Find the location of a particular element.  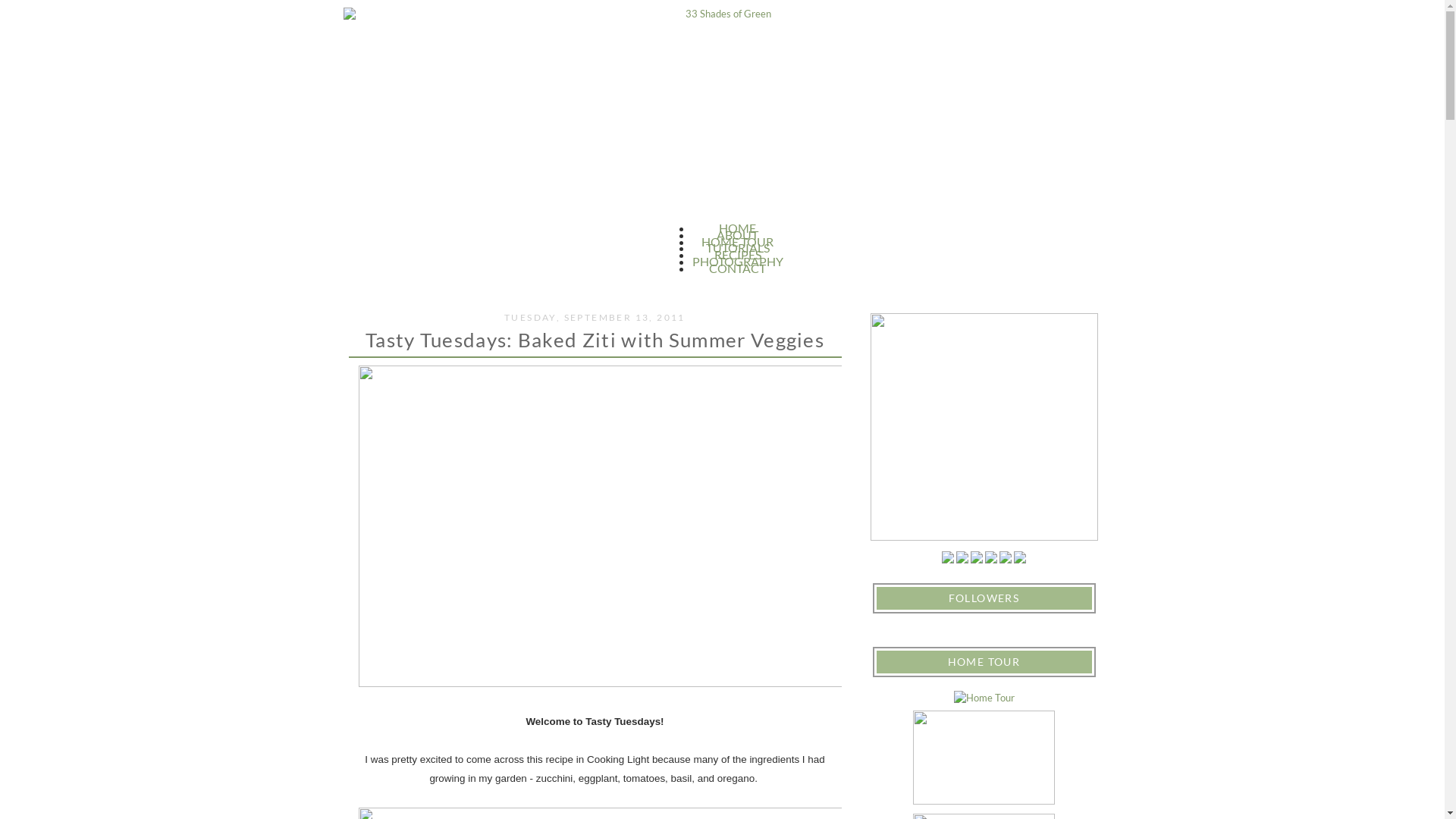

'HOME' is located at coordinates (737, 227).